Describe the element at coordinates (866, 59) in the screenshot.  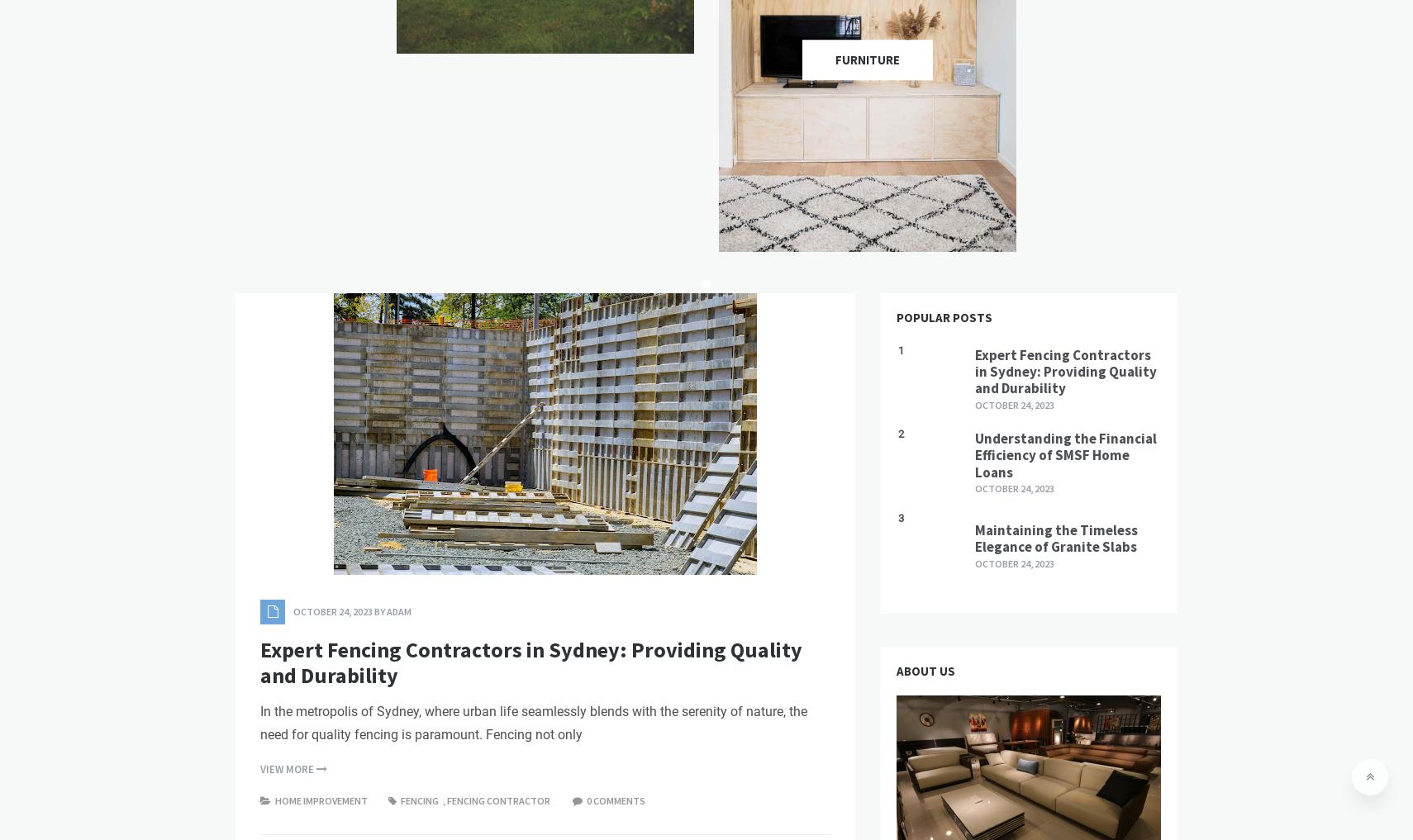
I see `'Furniture'` at that location.